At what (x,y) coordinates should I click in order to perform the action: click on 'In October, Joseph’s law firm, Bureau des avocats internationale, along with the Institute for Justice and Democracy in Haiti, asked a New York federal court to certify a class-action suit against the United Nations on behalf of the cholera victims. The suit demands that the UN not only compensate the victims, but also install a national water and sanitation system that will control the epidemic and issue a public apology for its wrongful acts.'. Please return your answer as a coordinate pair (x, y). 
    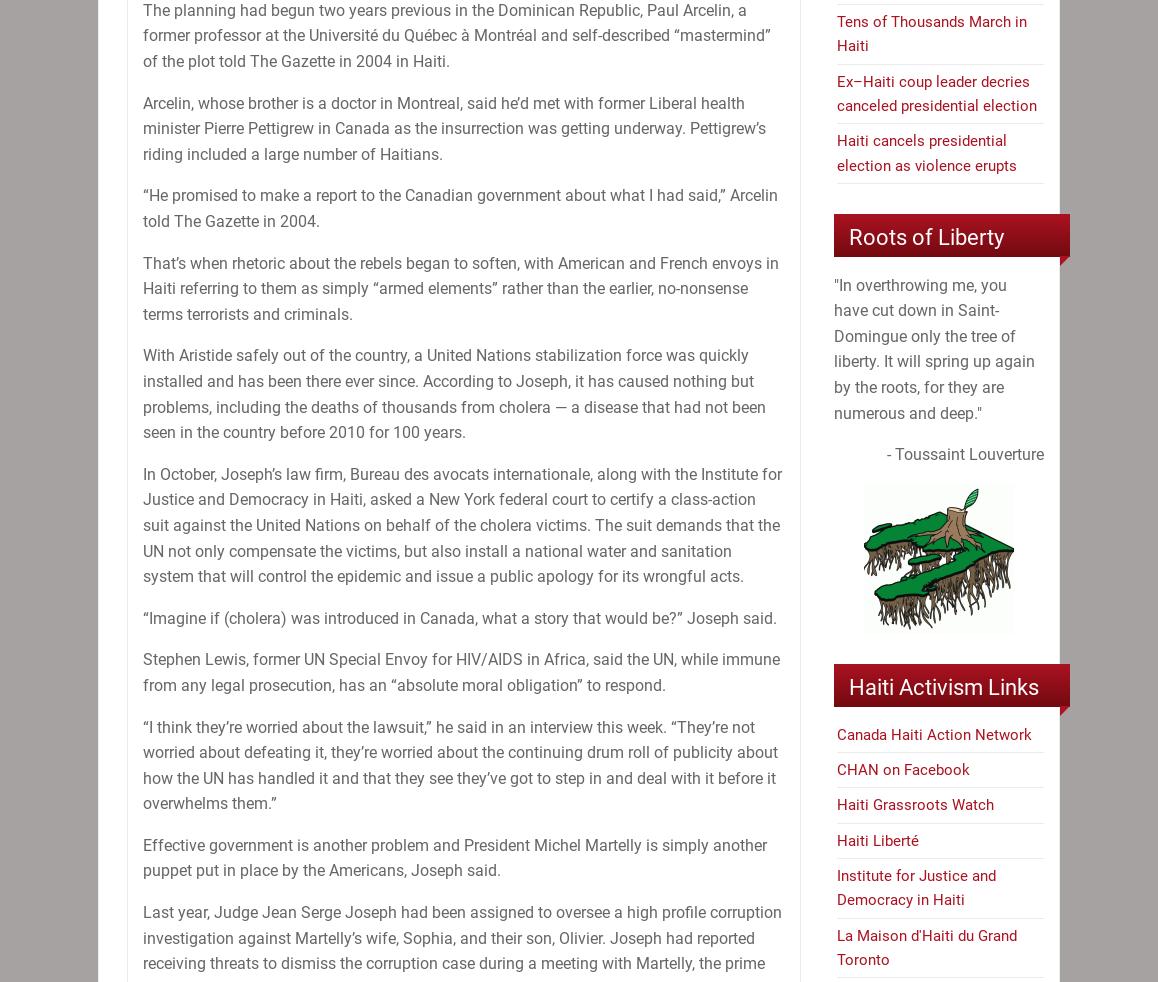
    Looking at the image, I should click on (462, 523).